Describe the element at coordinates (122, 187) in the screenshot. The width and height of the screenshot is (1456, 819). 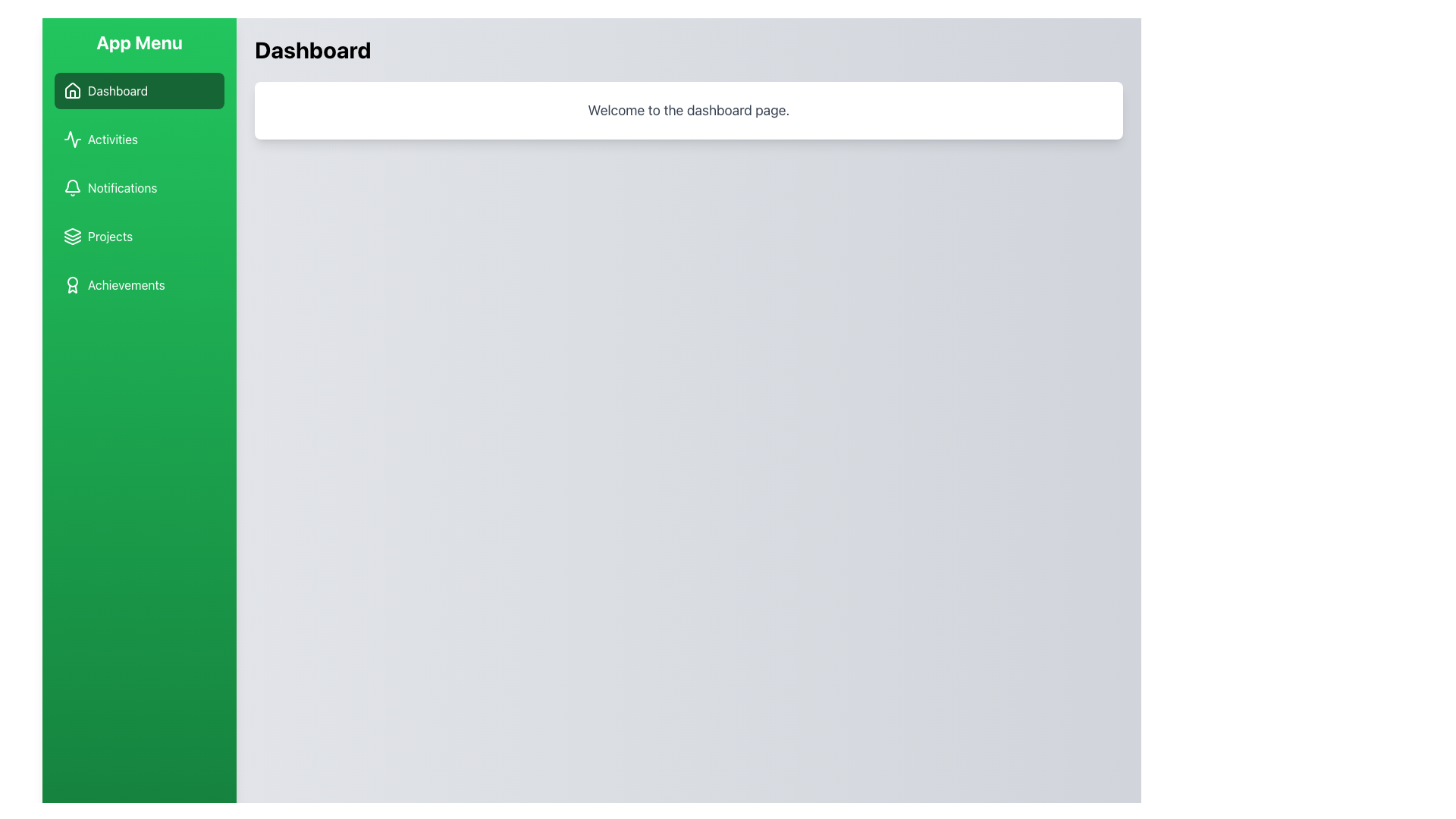
I see `the 'Notifications' text label` at that location.